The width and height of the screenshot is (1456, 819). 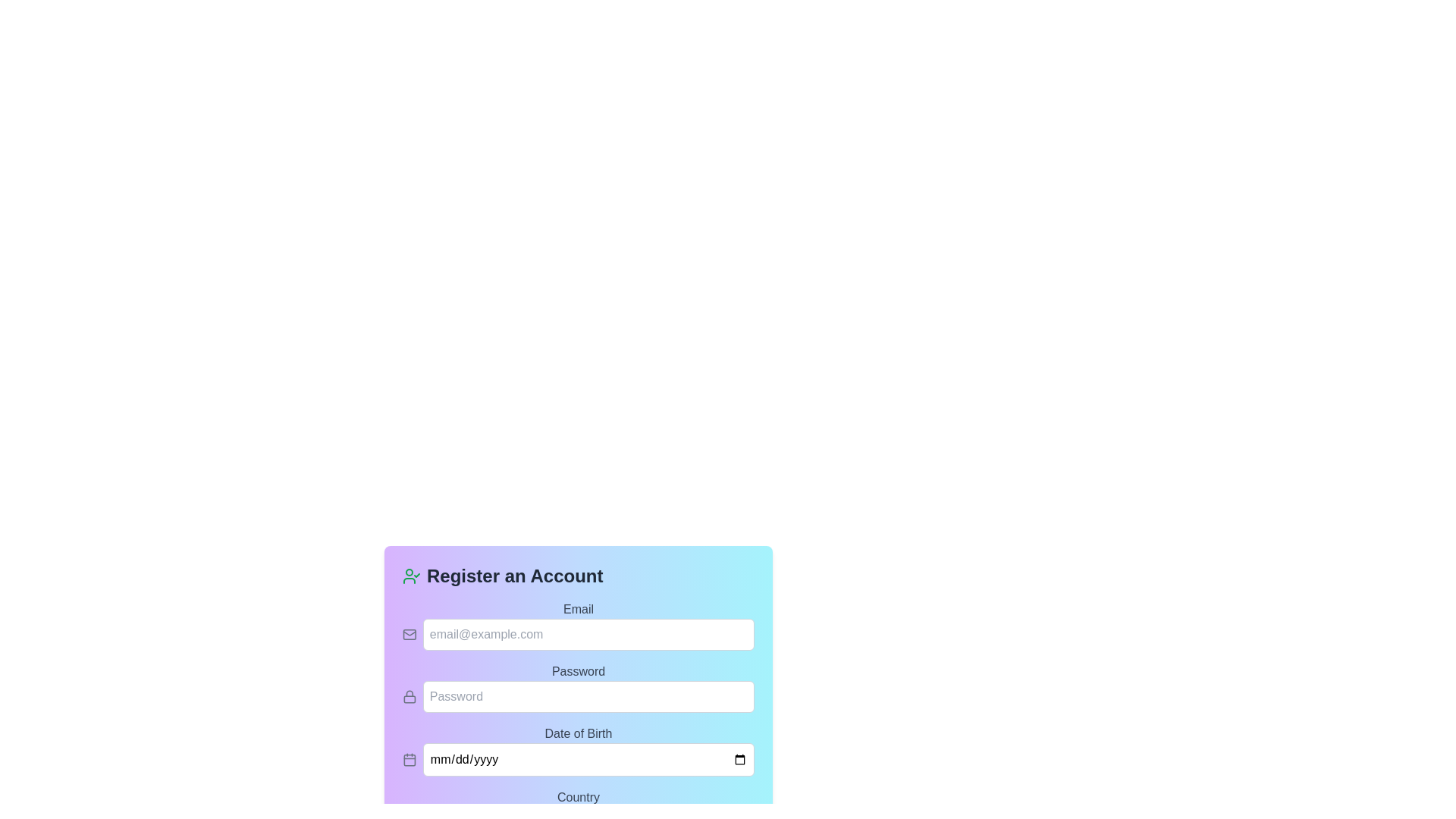 What do you see at coordinates (411, 576) in the screenshot?
I see `the non-interactive icon that symbolizes the user registration process, located at the top-left corner of the 'Register an Account' form, next to the heading` at bounding box center [411, 576].